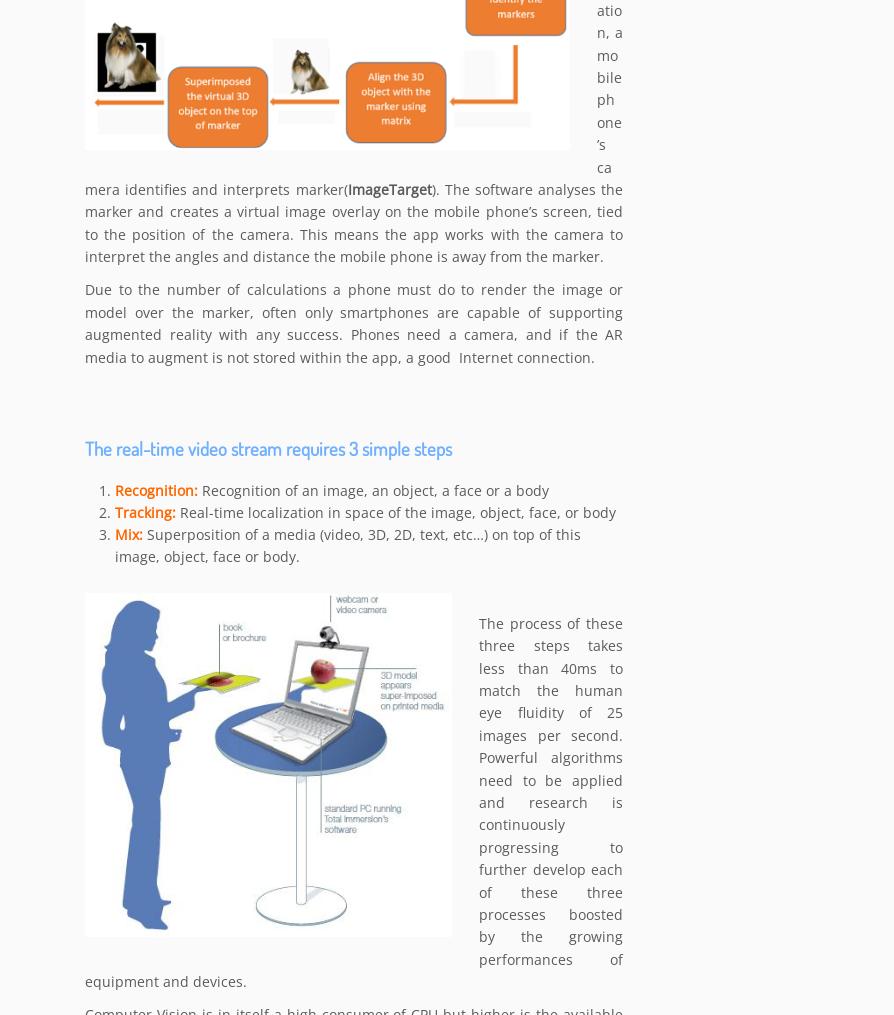 The width and height of the screenshot is (894, 1015). What do you see at coordinates (374, 491) in the screenshot?
I see `'Recognition of an image, an object, a face or a body'` at bounding box center [374, 491].